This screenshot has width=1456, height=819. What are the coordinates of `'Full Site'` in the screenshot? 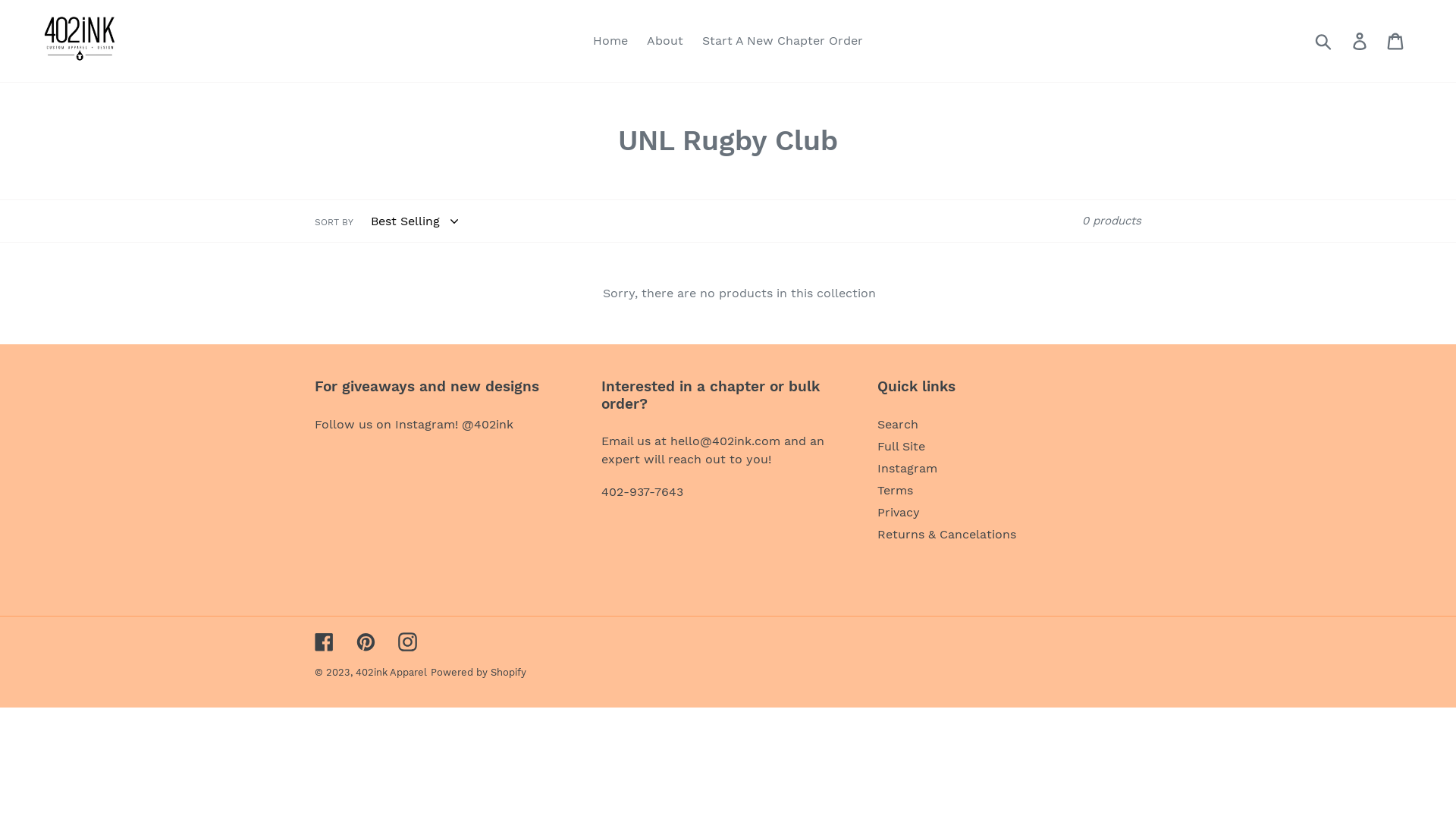 It's located at (901, 445).